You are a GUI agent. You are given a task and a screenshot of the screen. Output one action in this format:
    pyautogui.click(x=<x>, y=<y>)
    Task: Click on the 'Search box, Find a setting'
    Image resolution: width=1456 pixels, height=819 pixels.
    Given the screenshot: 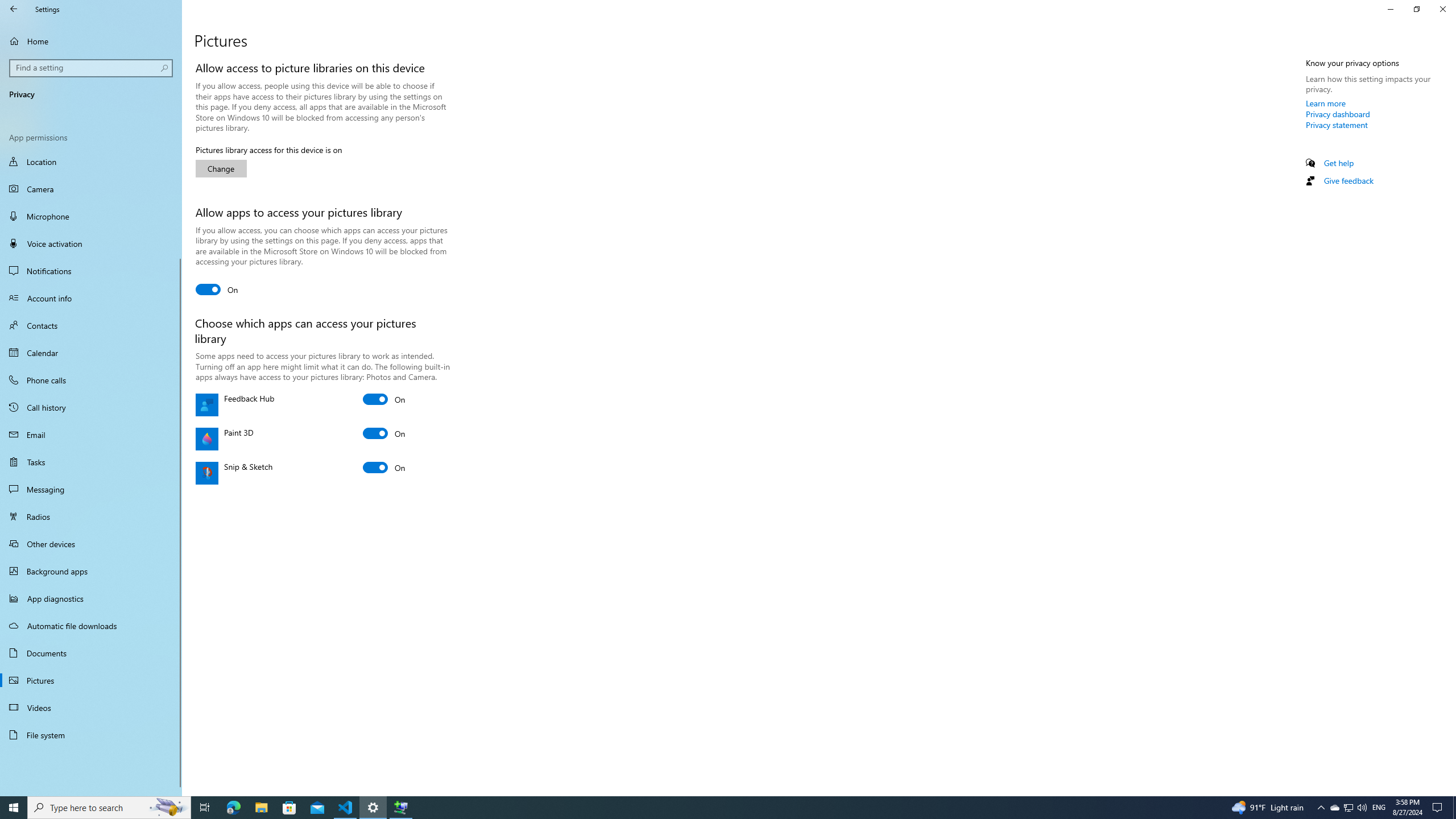 What is the action you would take?
    pyautogui.click(x=91, y=67)
    